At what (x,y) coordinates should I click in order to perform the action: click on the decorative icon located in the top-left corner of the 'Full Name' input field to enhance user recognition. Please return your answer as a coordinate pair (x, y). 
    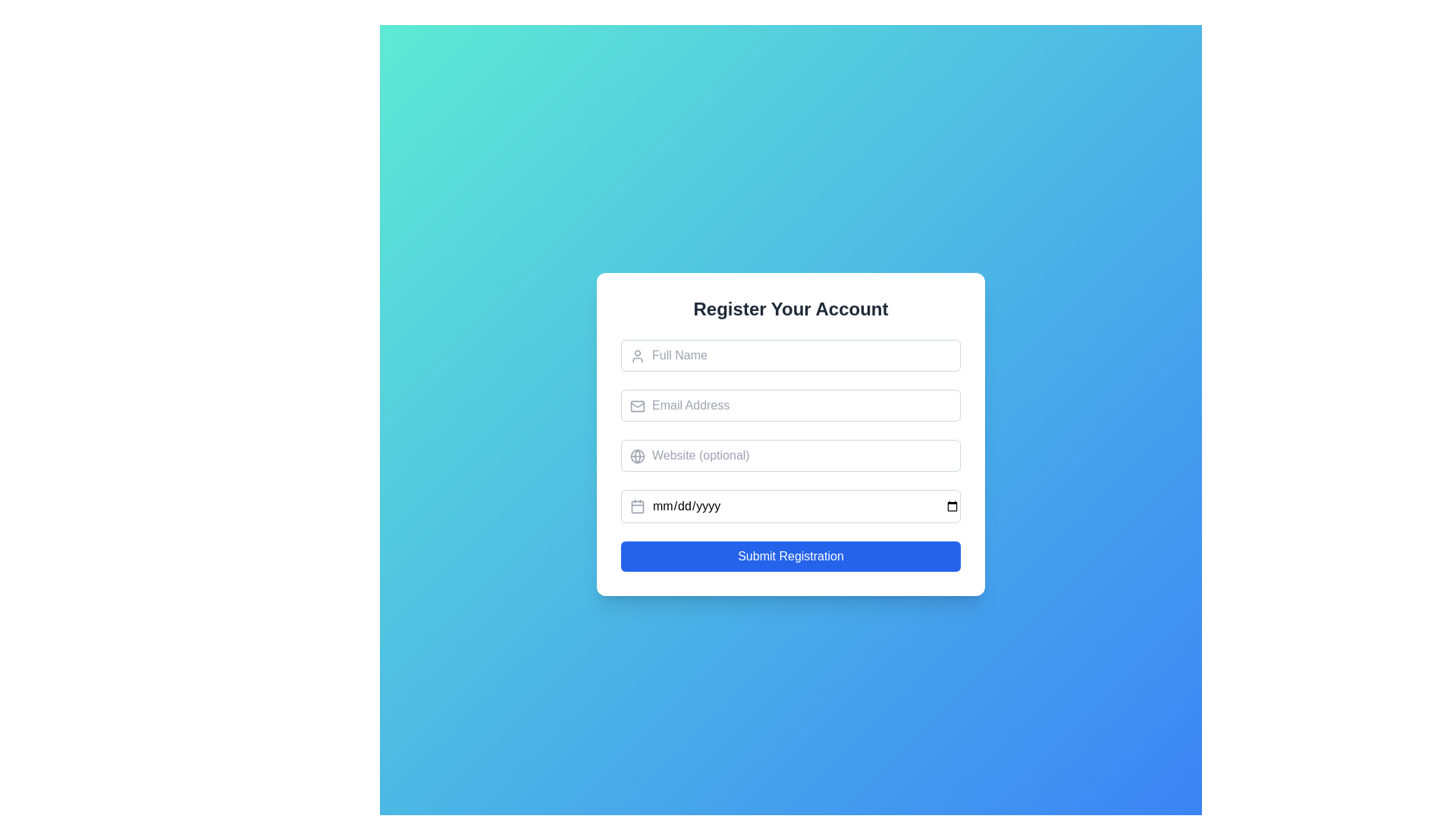
    Looking at the image, I should click on (637, 356).